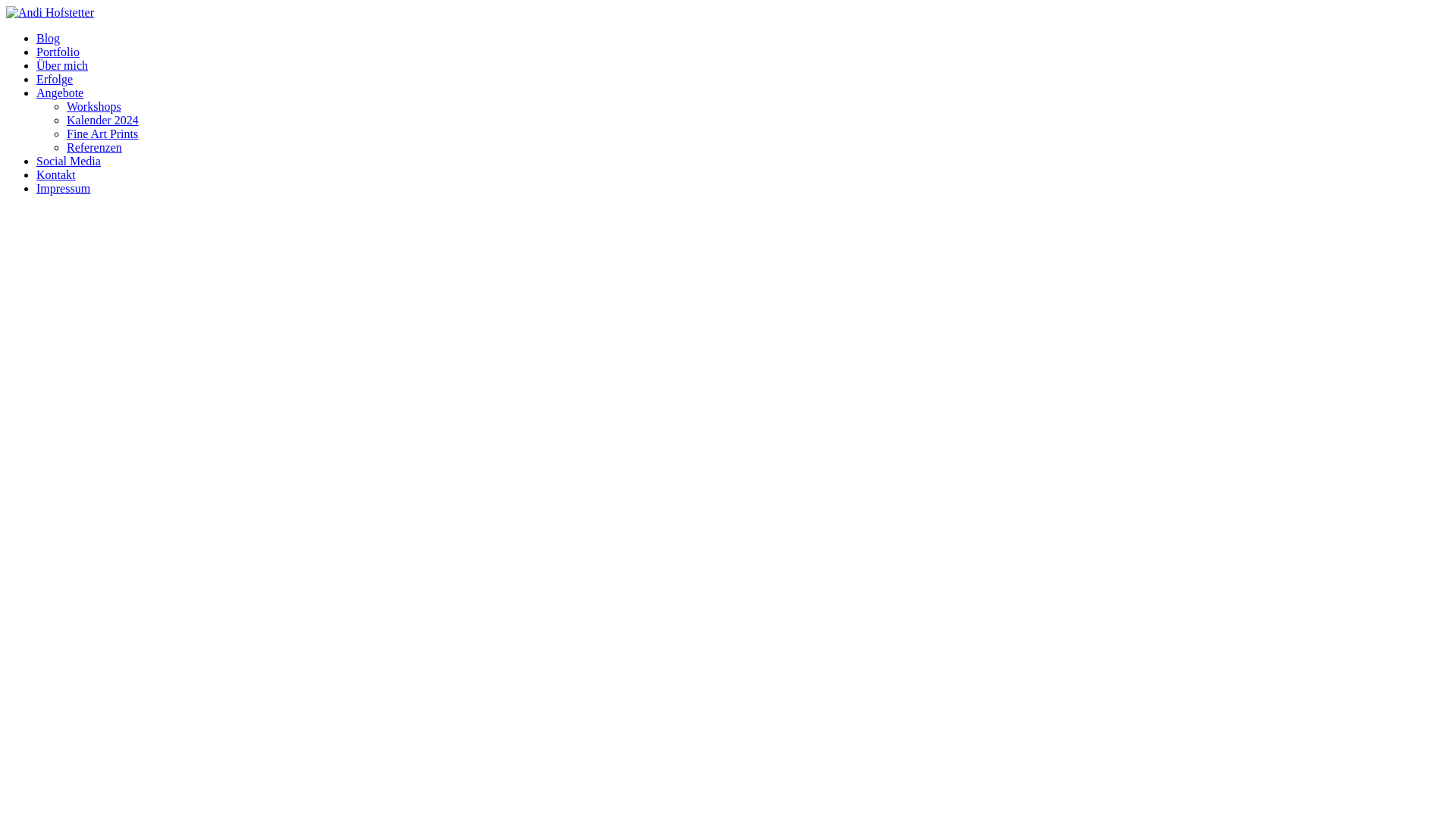 Image resolution: width=1456 pixels, height=819 pixels. I want to click on 'Impressum', so click(62, 187).